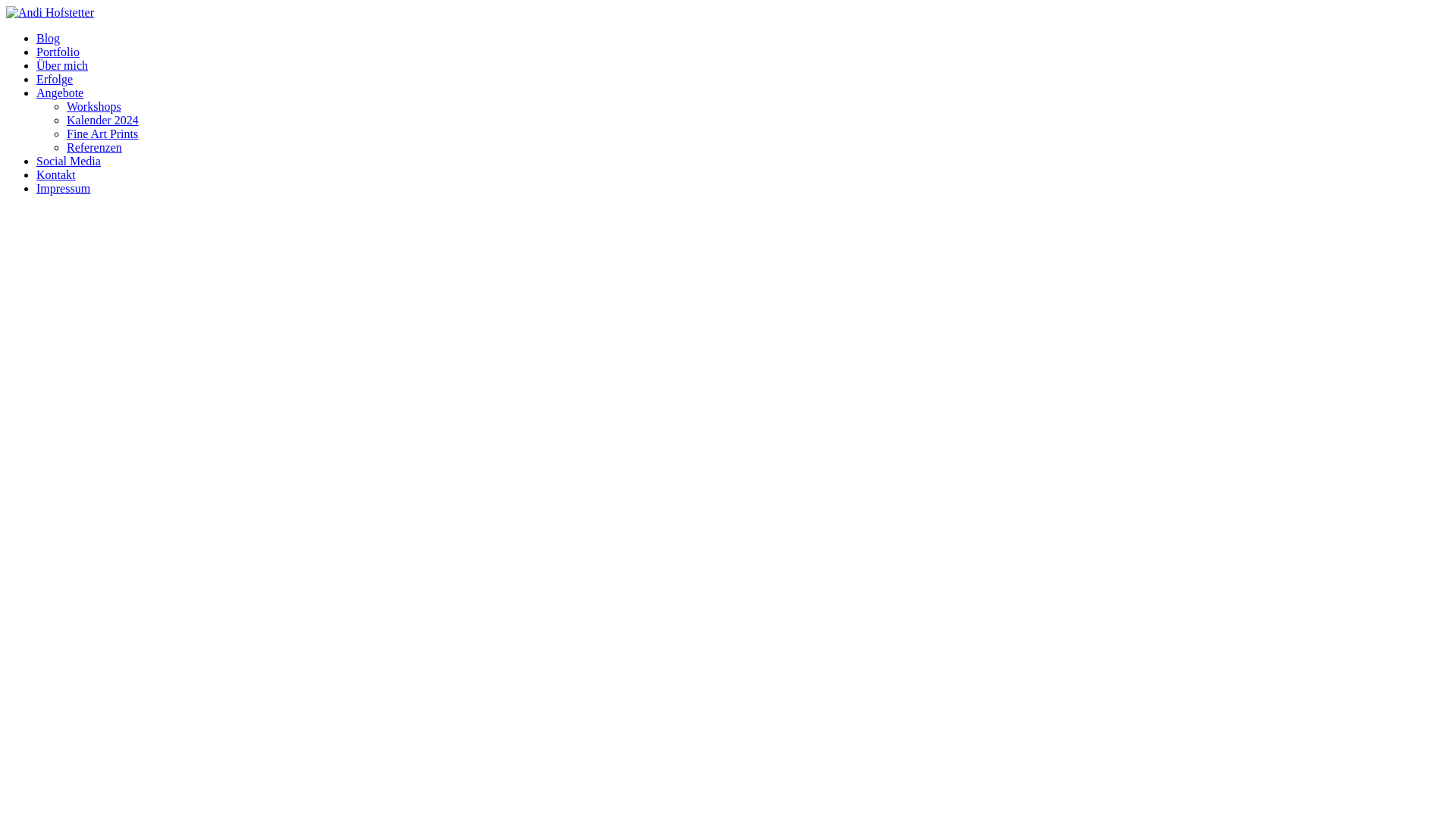 Image resolution: width=1456 pixels, height=819 pixels. I want to click on 'Impressum', so click(62, 187).